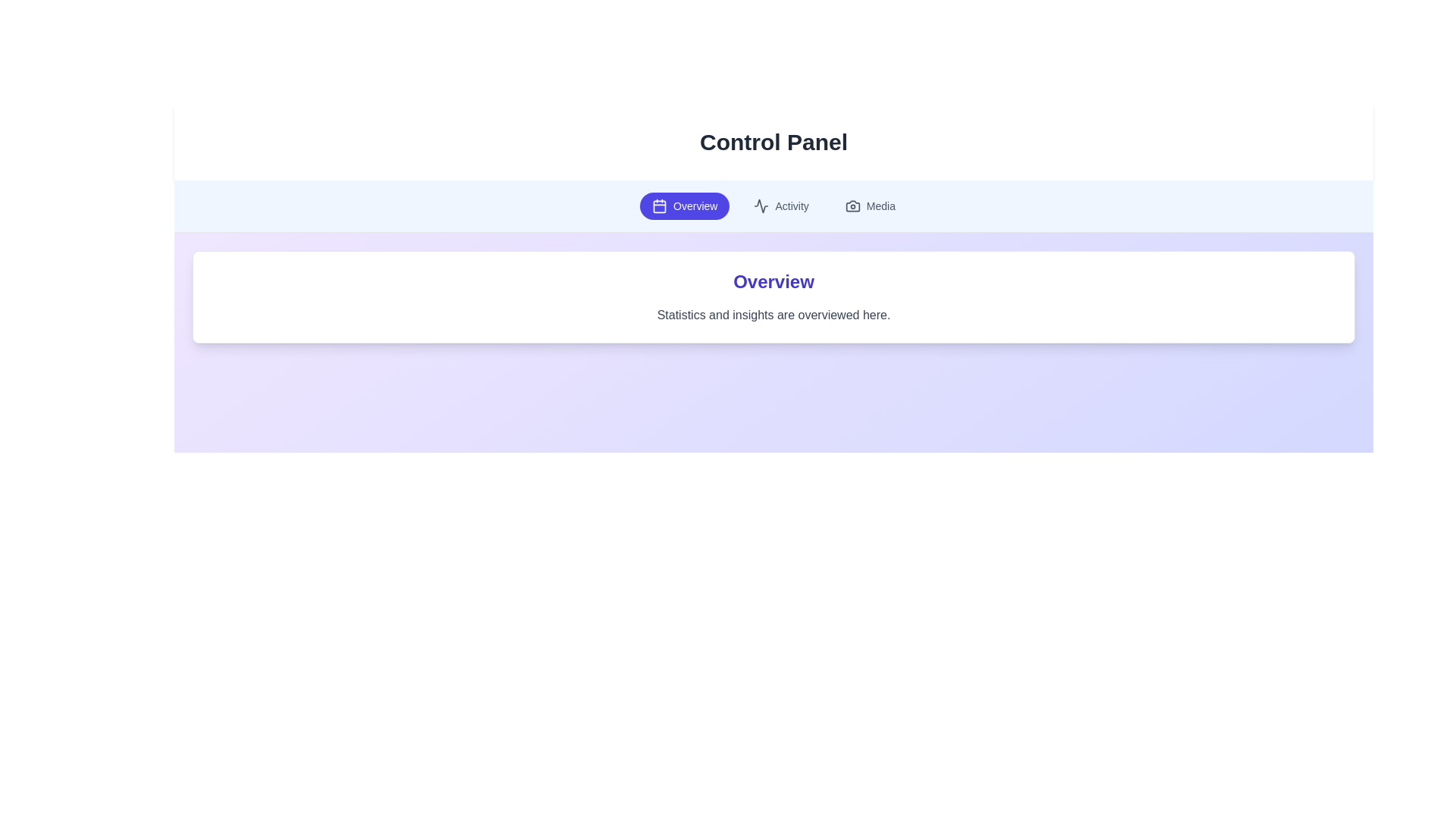 The height and width of the screenshot is (819, 1456). Describe the element at coordinates (683, 206) in the screenshot. I see `the first button in the horizontal row located just below the 'Control Panel' title` at that location.